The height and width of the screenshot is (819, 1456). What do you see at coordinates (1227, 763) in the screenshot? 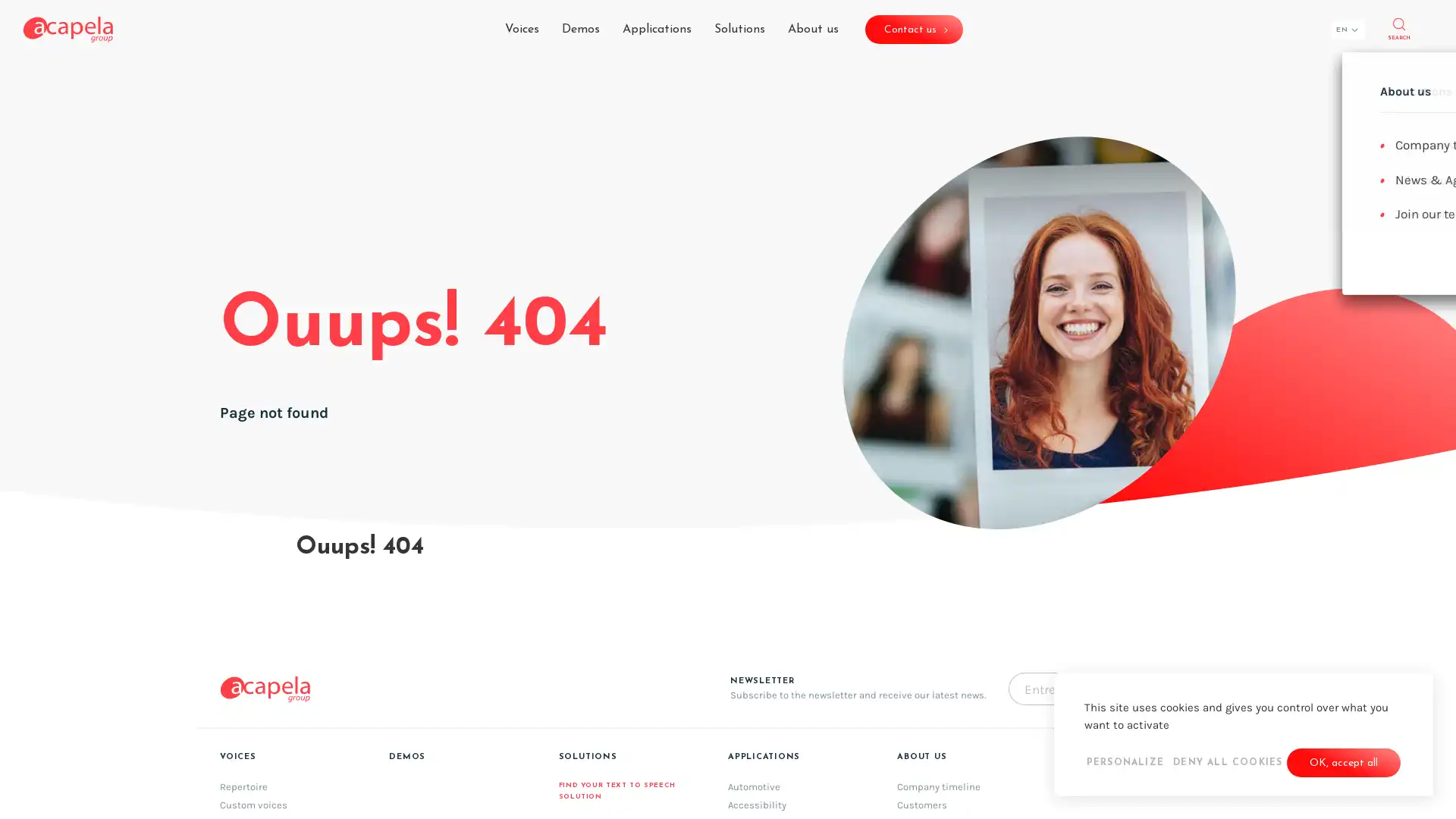
I see `DENY ALL COOKIES` at bounding box center [1227, 763].